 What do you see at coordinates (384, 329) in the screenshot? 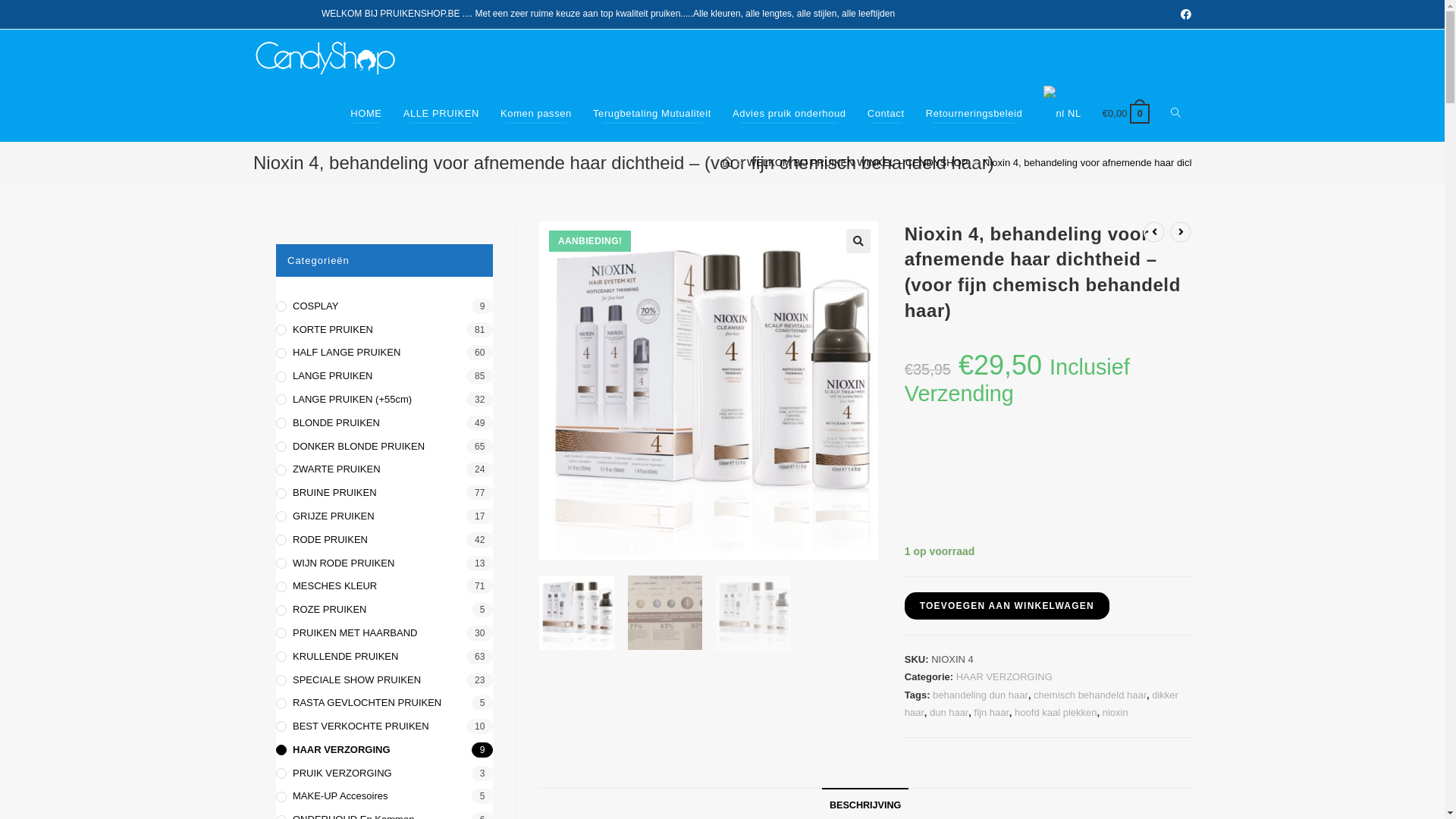
I see `'KORTE PRUIKEN'` at bounding box center [384, 329].